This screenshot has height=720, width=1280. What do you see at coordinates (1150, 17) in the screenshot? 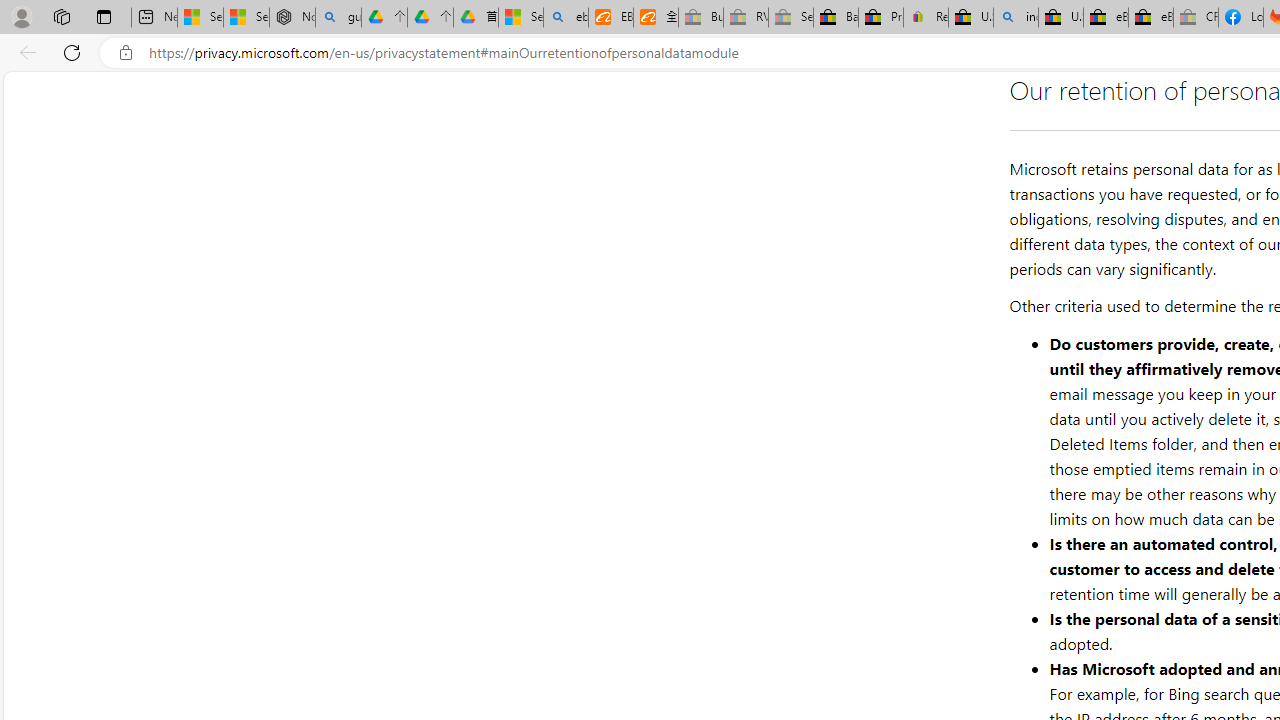
I see `'eBay Inc. Reports Third Quarter 2023 Results'` at bounding box center [1150, 17].